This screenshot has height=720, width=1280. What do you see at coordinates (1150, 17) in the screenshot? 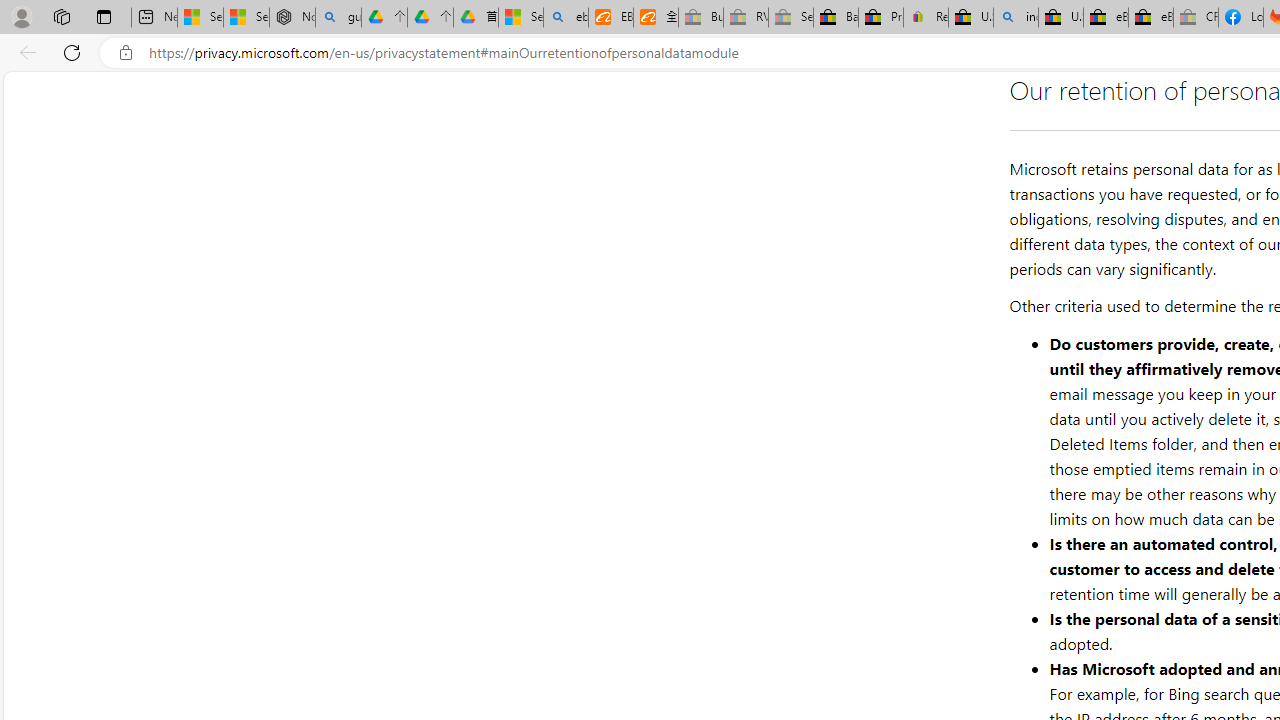
I see `'eBay Inc. Reports Third Quarter 2023 Results'` at bounding box center [1150, 17].